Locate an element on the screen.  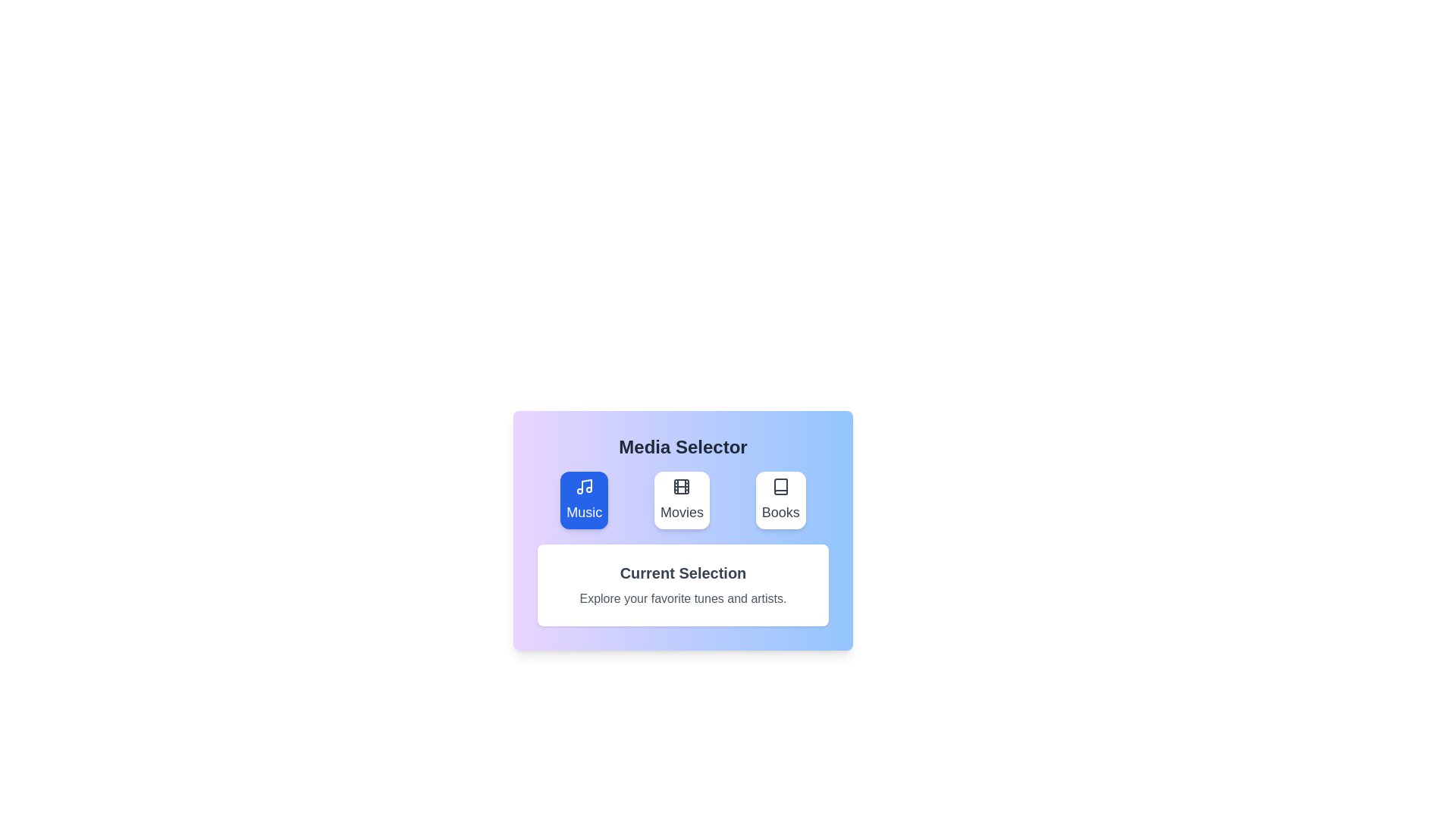
the 'Music' icon, which is the first button in the media options row, aiding in user identification and navigation is located at coordinates (583, 486).